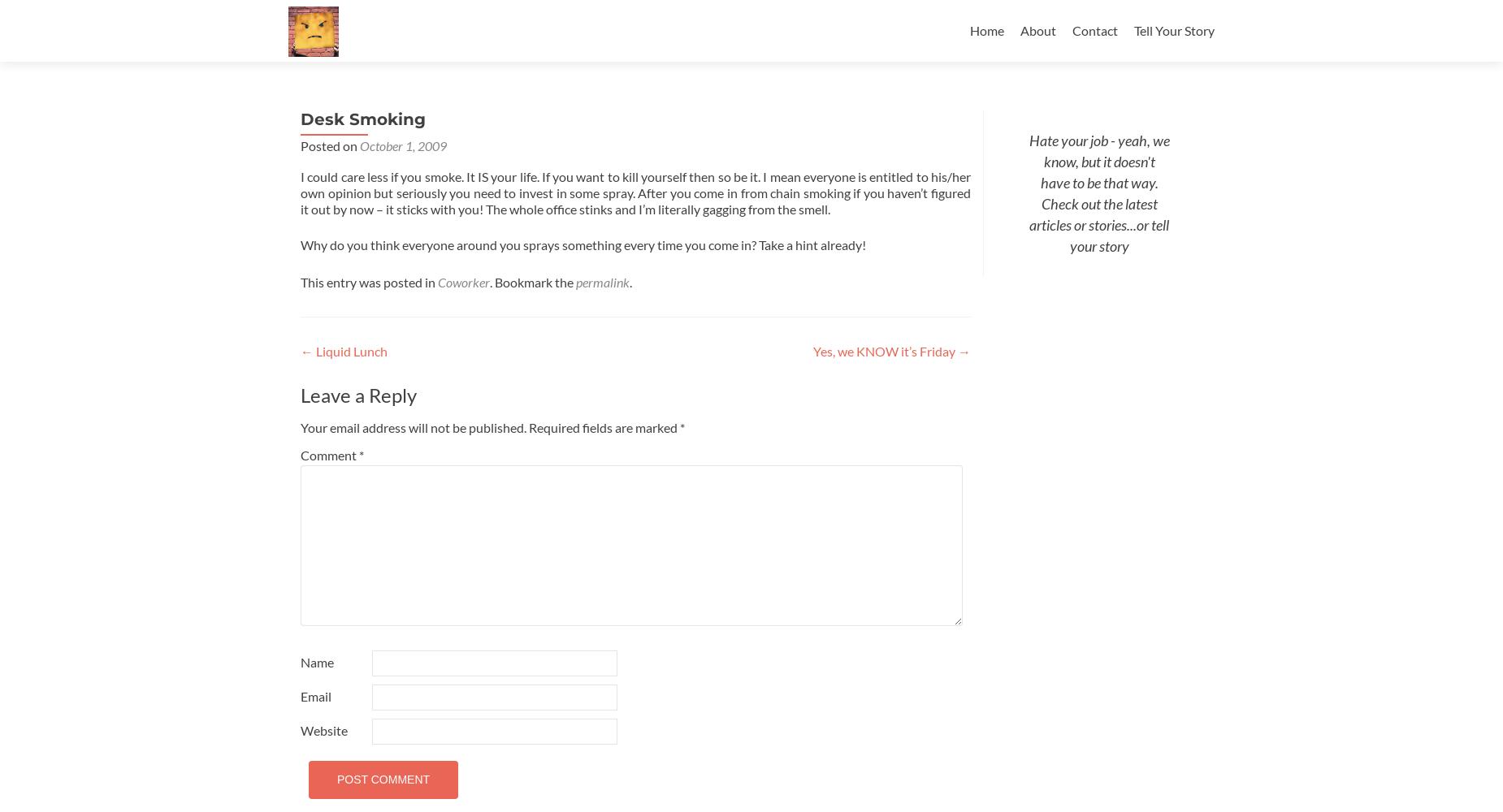 The height and width of the screenshot is (812, 1503). What do you see at coordinates (583, 244) in the screenshot?
I see `'Why do you think everyone around you sprays something every time you come in? Take a hint already!'` at bounding box center [583, 244].